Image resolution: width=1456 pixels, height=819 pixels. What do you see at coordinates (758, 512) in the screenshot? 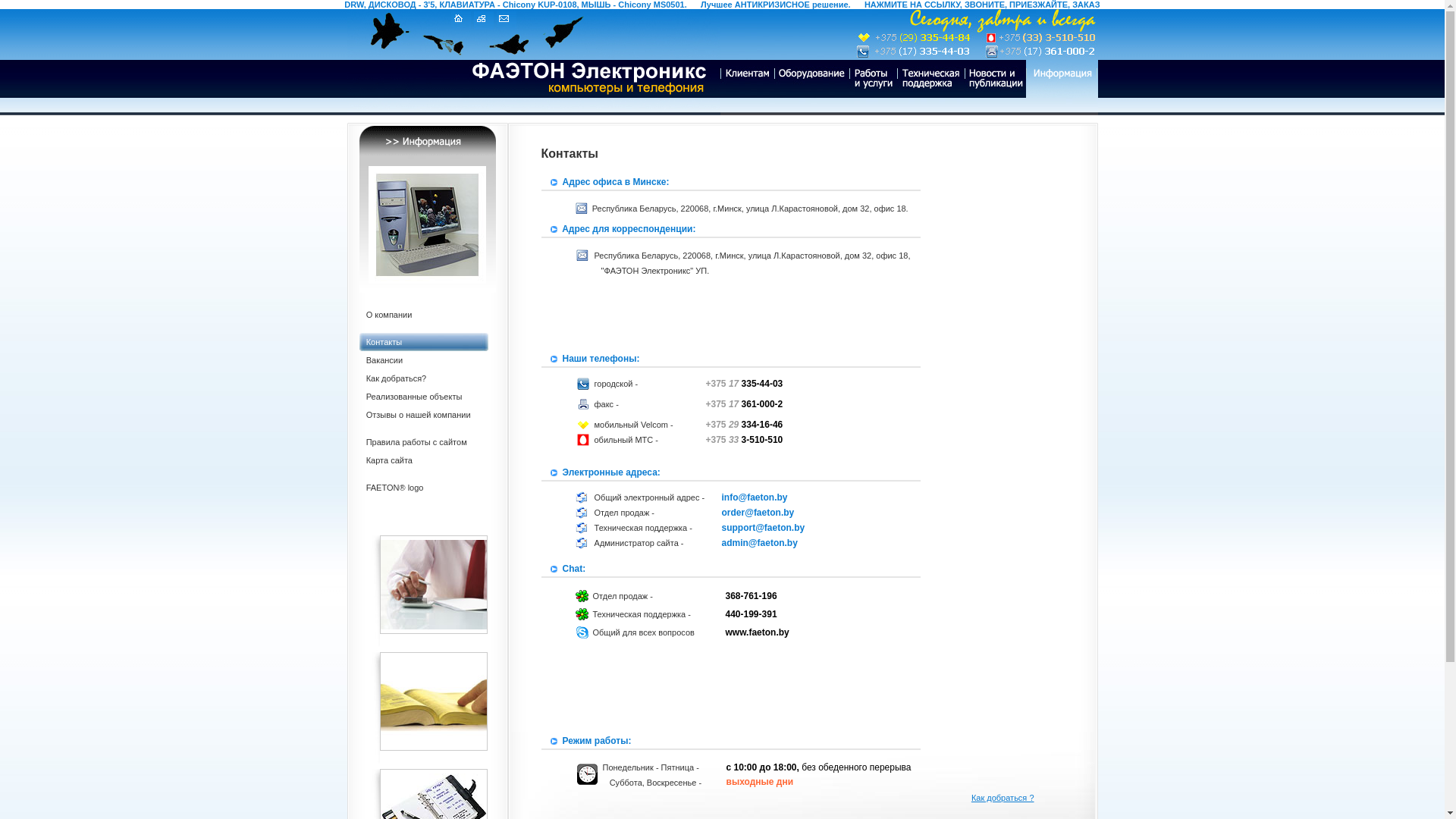
I see `'order@faeton.by'` at bounding box center [758, 512].